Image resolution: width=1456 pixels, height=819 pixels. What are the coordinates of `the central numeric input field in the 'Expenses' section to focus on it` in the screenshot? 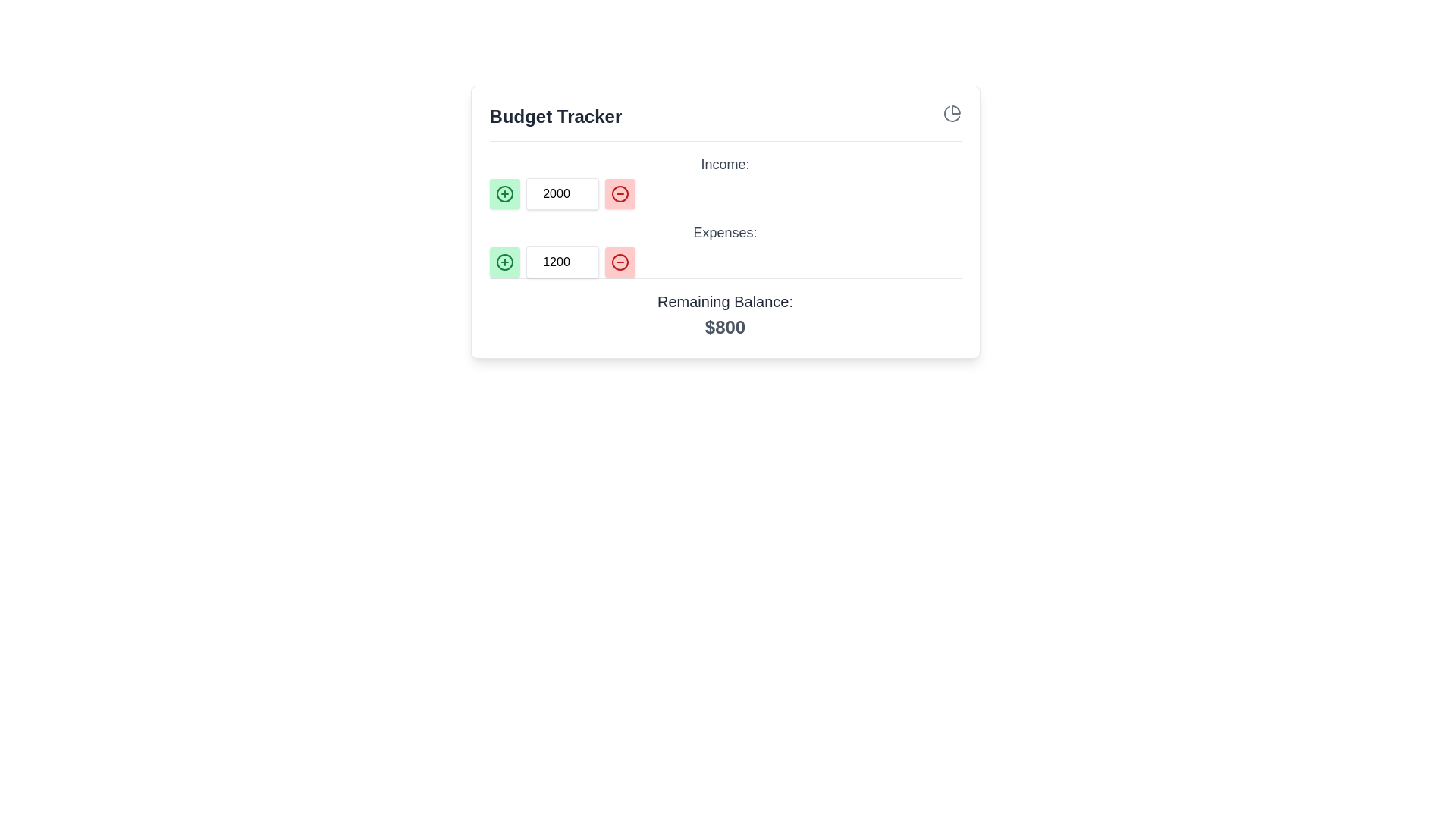 It's located at (561, 262).